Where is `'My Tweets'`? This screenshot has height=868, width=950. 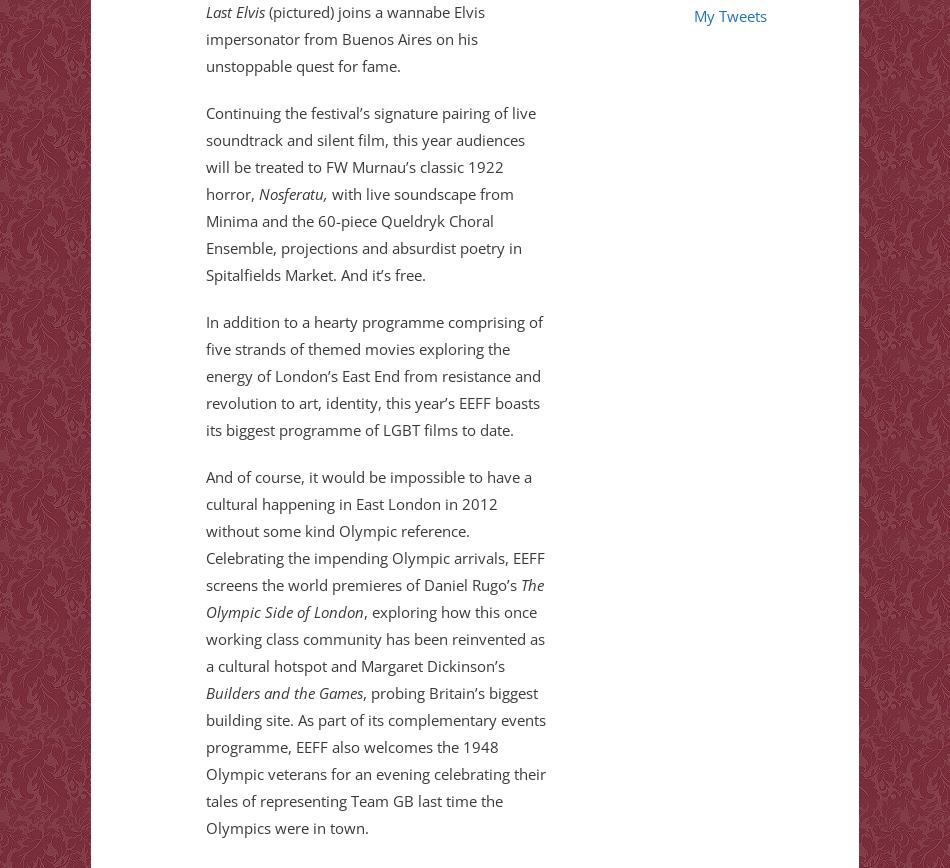 'My Tweets' is located at coordinates (729, 15).